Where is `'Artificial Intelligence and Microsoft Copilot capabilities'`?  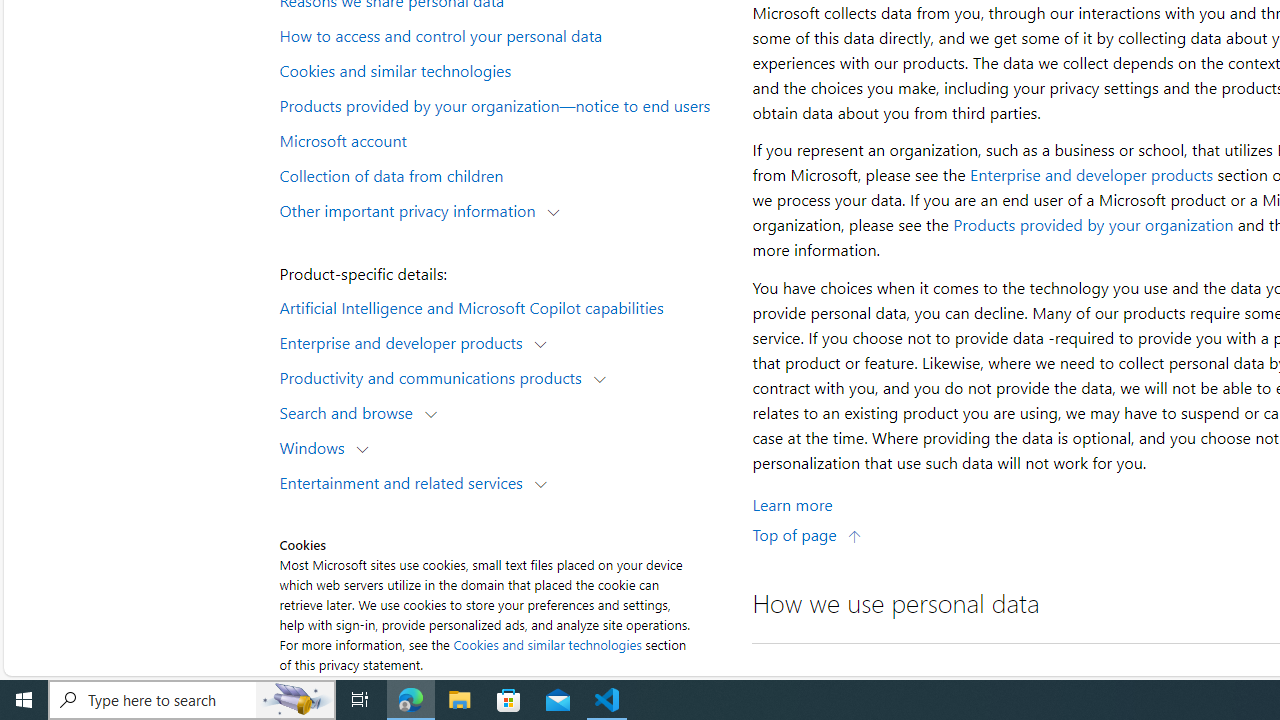 'Artificial Intelligence and Microsoft Copilot capabilities' is located at coordinates (504, 306).